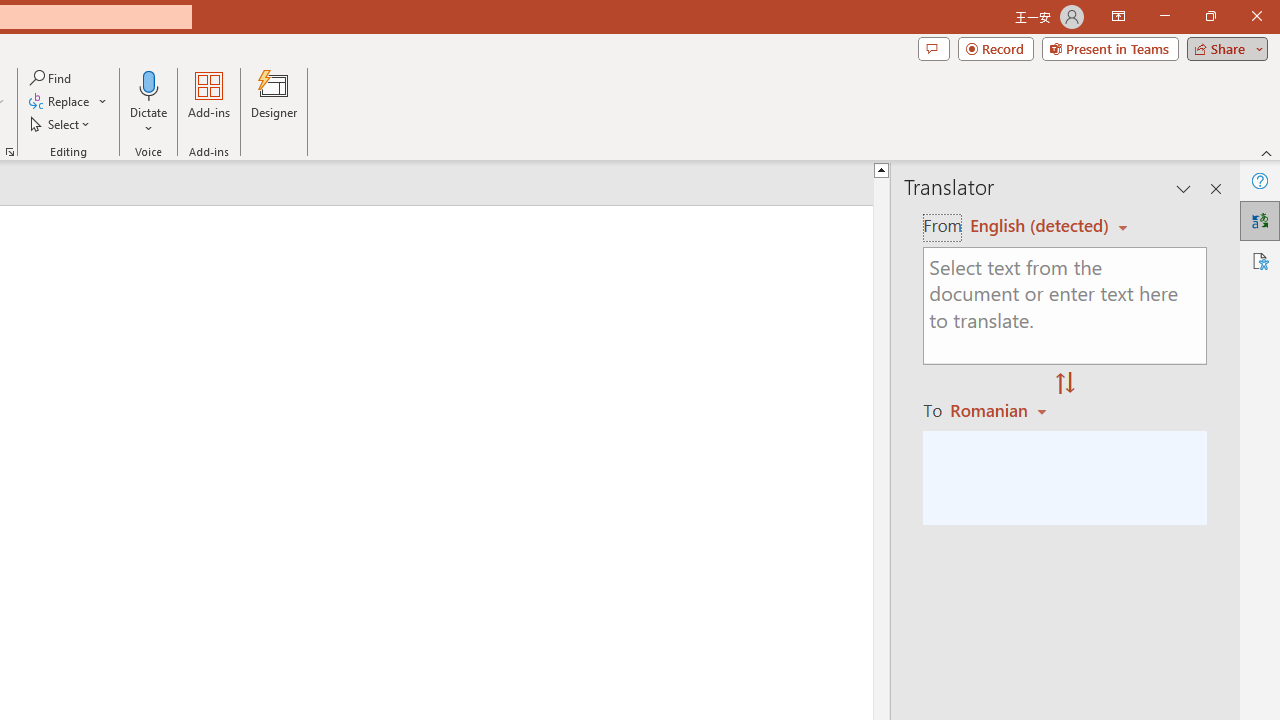  Describe the element at coordinates (1040, 225) in the screenshot. I see `'Czech (detected)'` at that location.